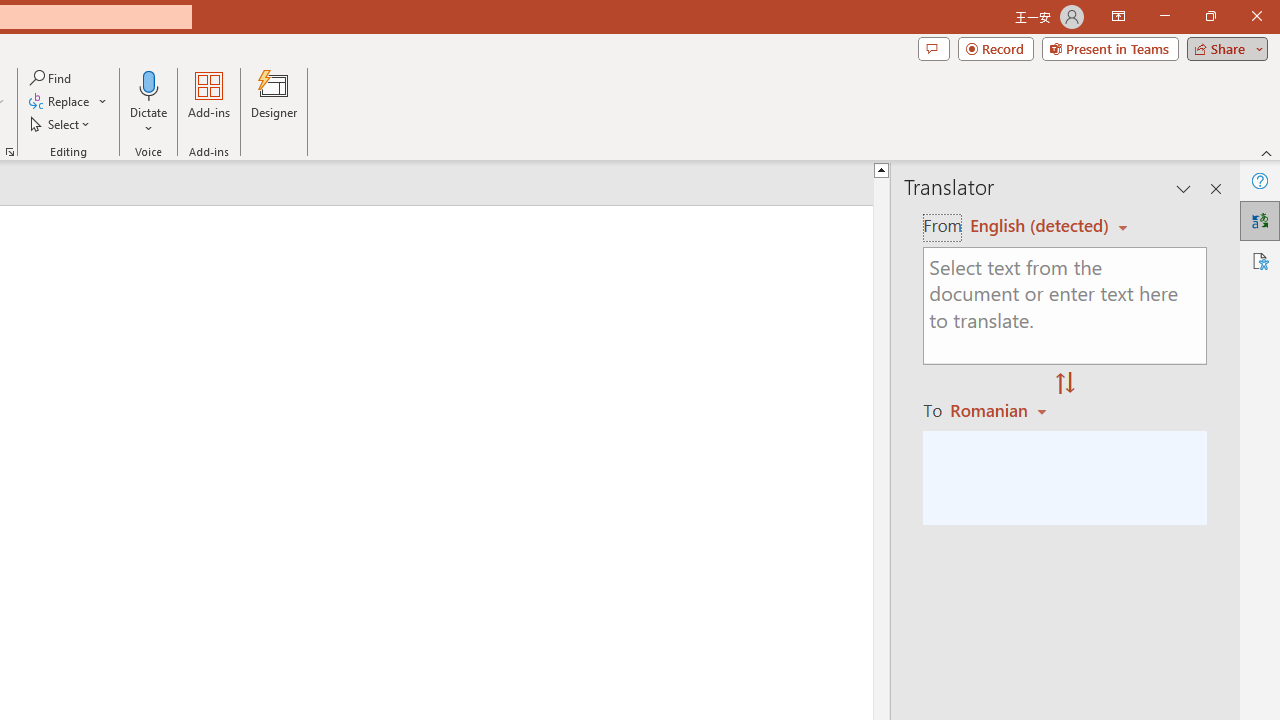  Describe the element at coordinates (1040, 225) in the screenshot. I see `'Czech (detected)'` at that location.